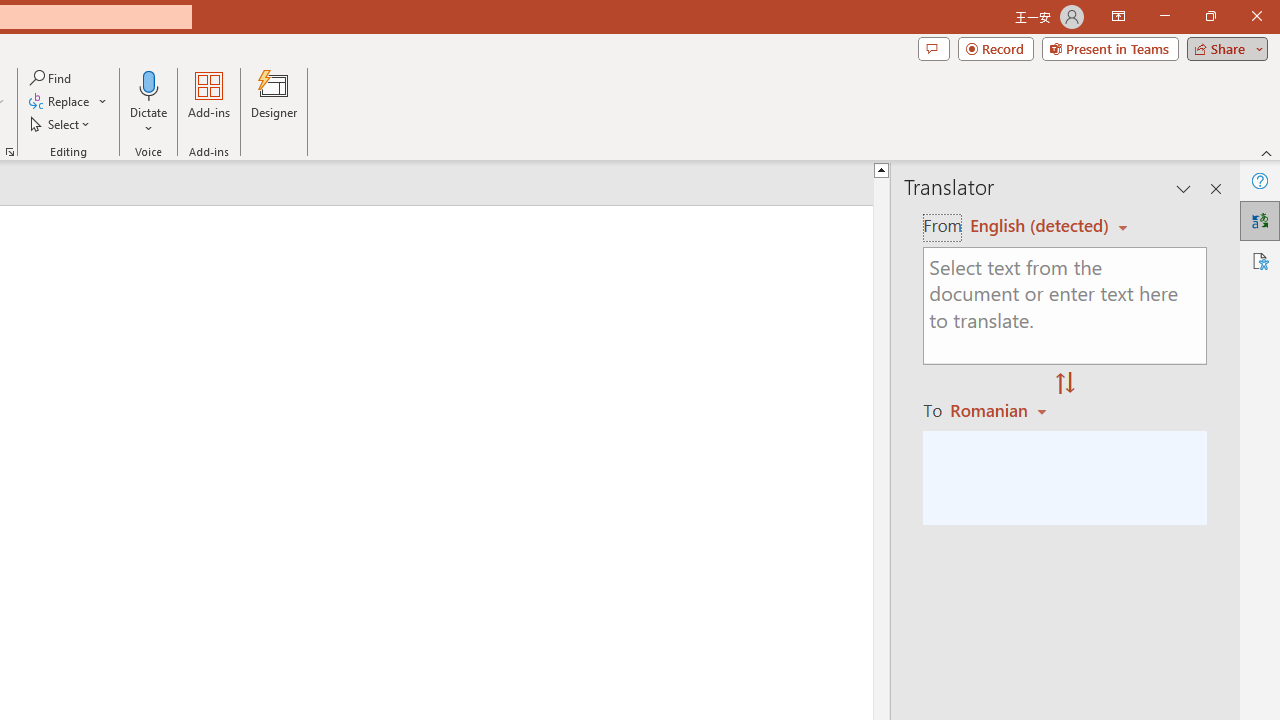  Describe the element at coordinates (1040, 225) in the screenshot. I see `'Czech (detected)'` at that location.